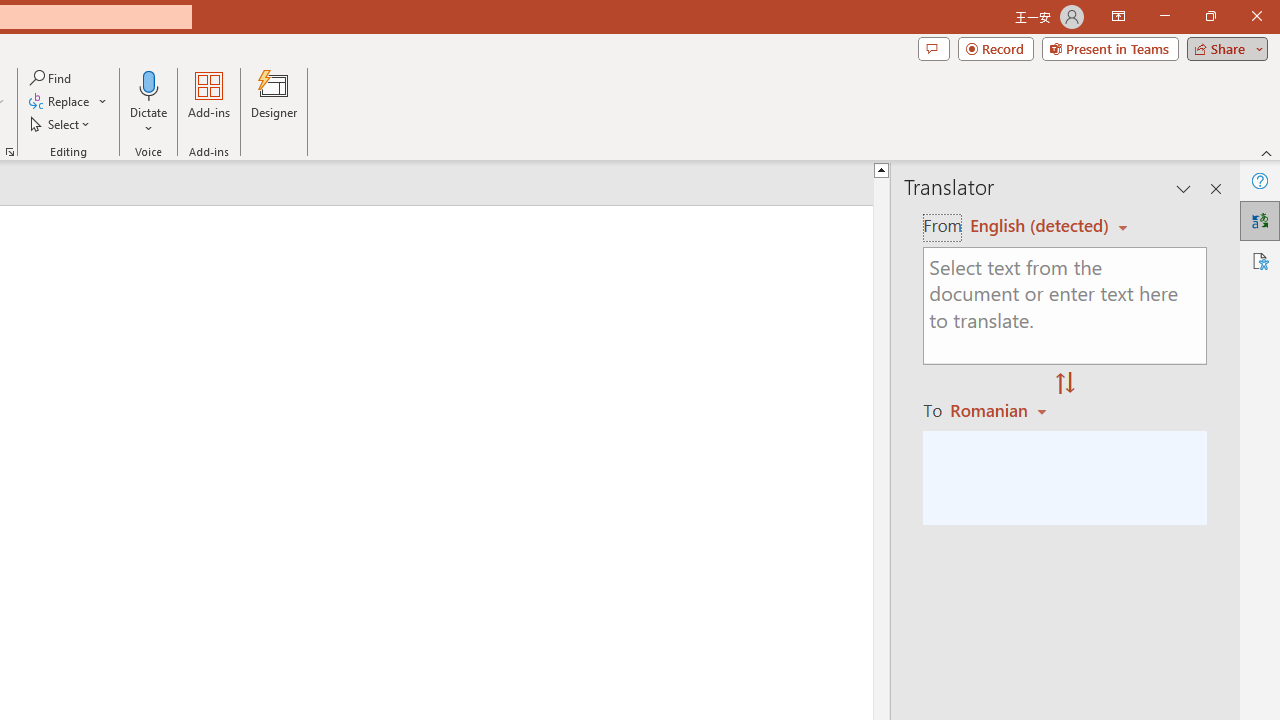  Describe the element at coordinates (1040, 225) in the screenshot. I see `'Czech (detected)'` at that location.